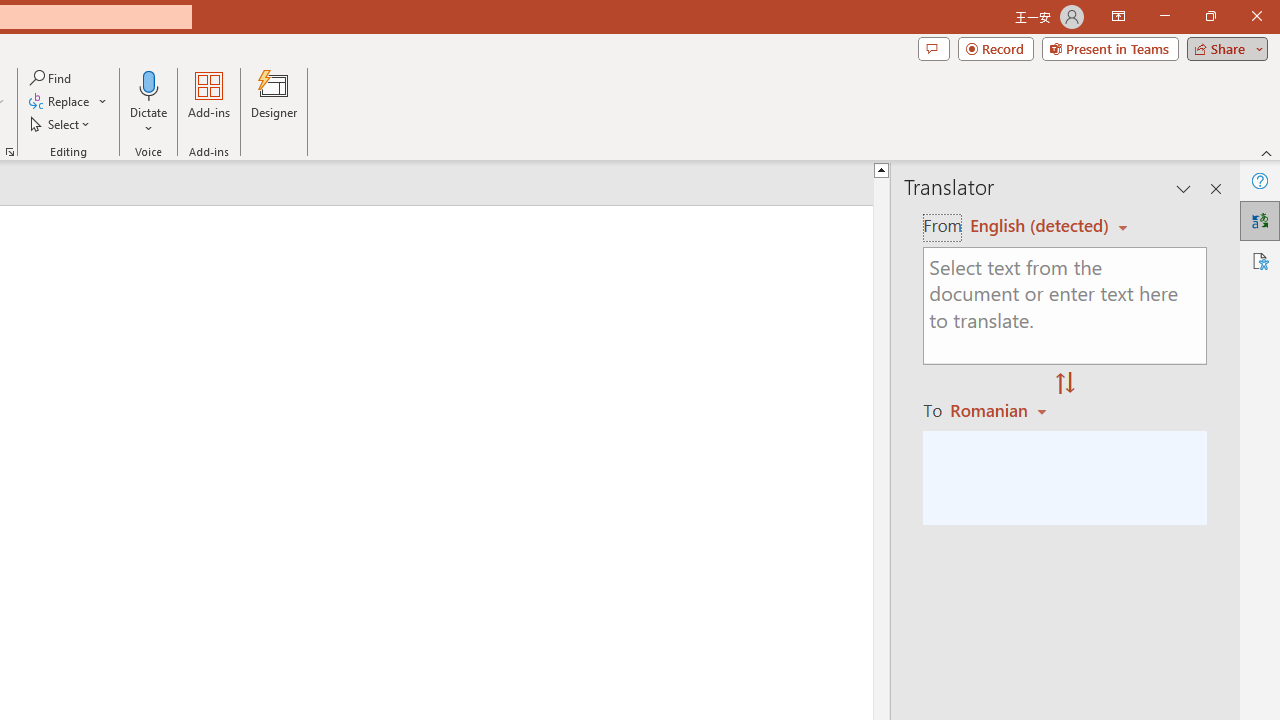  Describe the element at coordinates (1040, 225) in the screenshot. I see `'Czech (detected)'` at that location.